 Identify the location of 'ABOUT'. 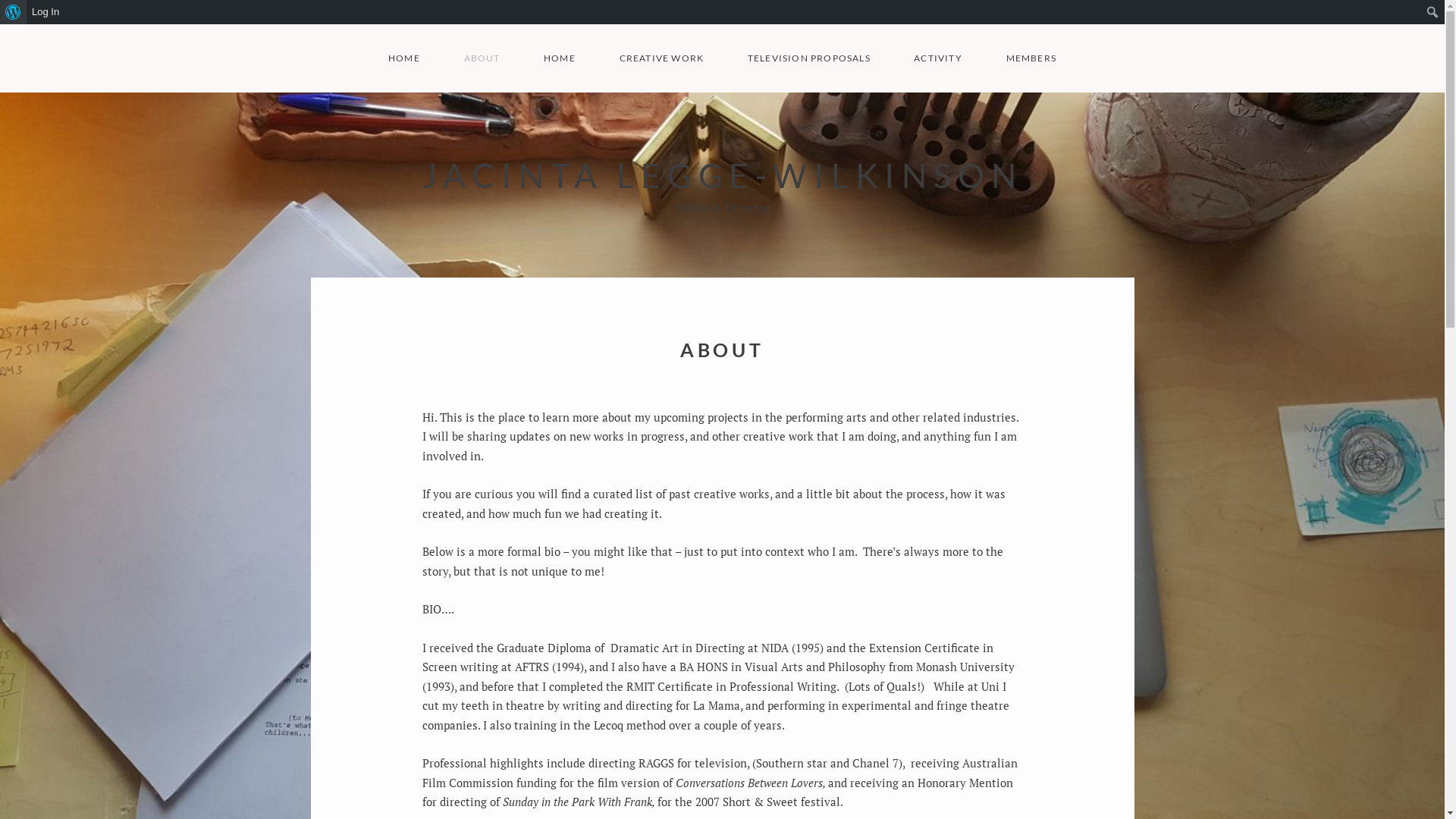
(463, 58).